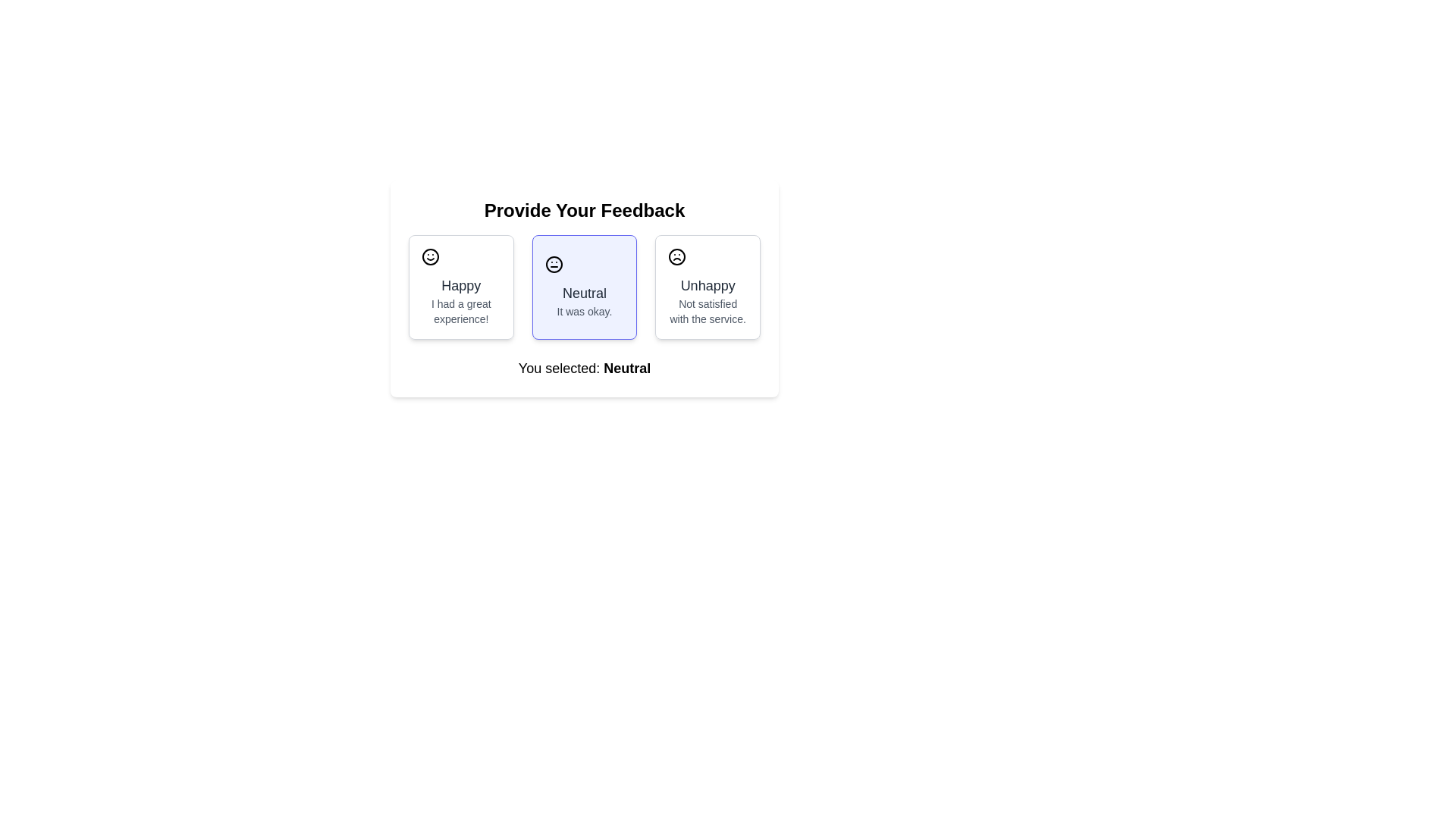 The image size is (1456, 819). Describe the element at coordinates (584, 287) in the screenshot. I see `the 'Neutral' feedback button which is visually represented with a neutral face icon and labeled with 'Neutral' and 'It was okay.'` at that location.